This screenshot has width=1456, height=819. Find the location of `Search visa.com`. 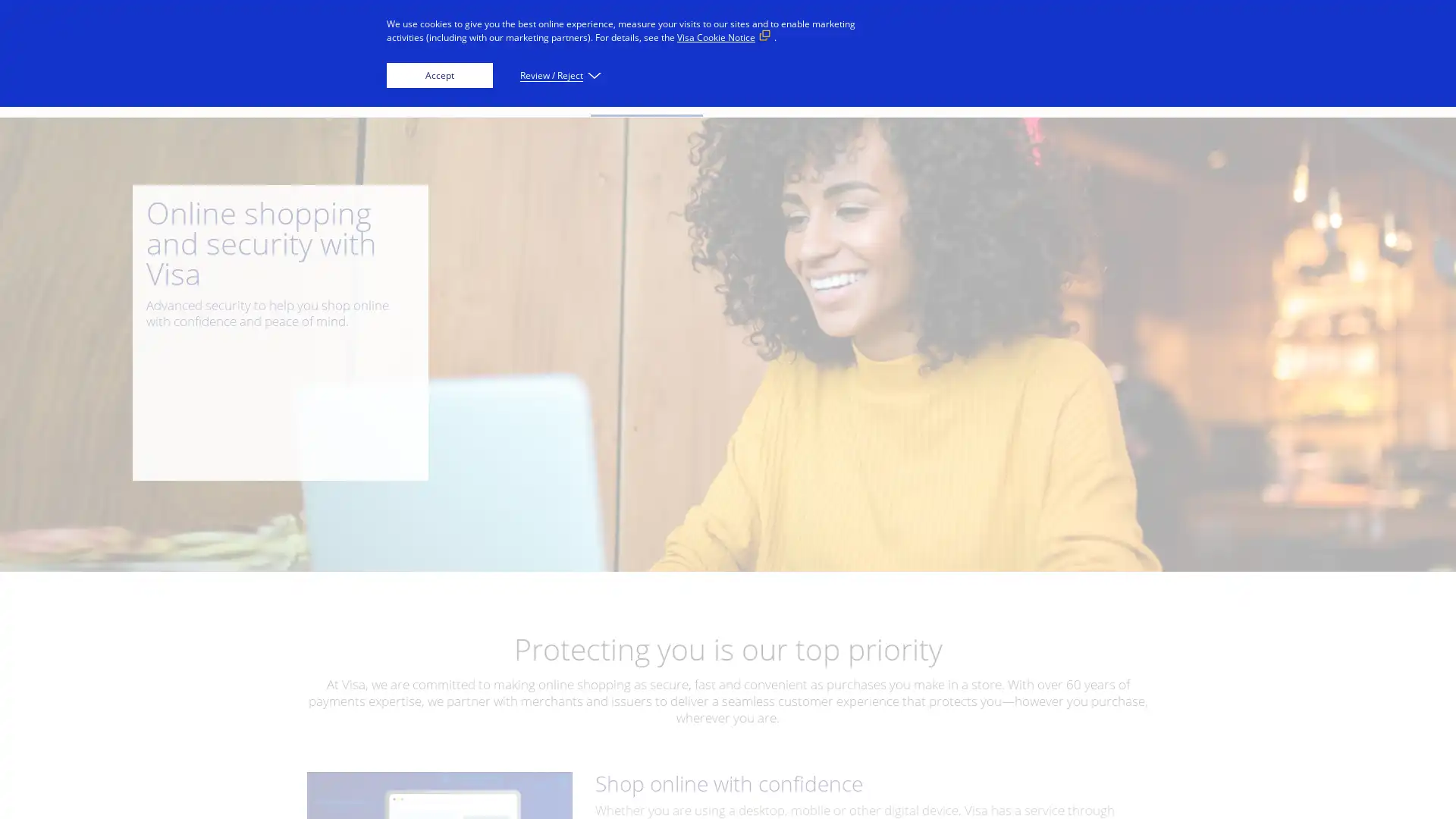

Search visa.com is located at coordinates (1419, 40).